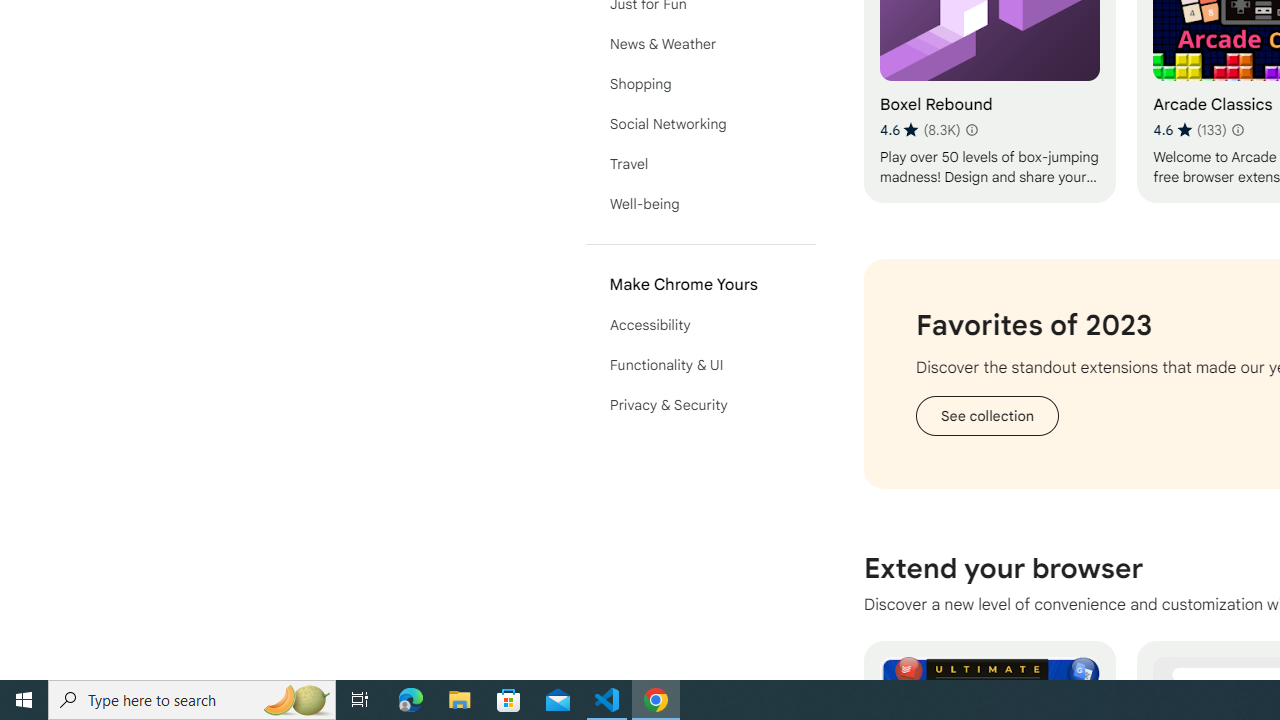 The width and height of the screenshot is (1280, 720). Describe the element at coordinates (1236, 129) in the screenshot. I see `'Learn more about results and reviews "Arcade Classics"'` at that location.